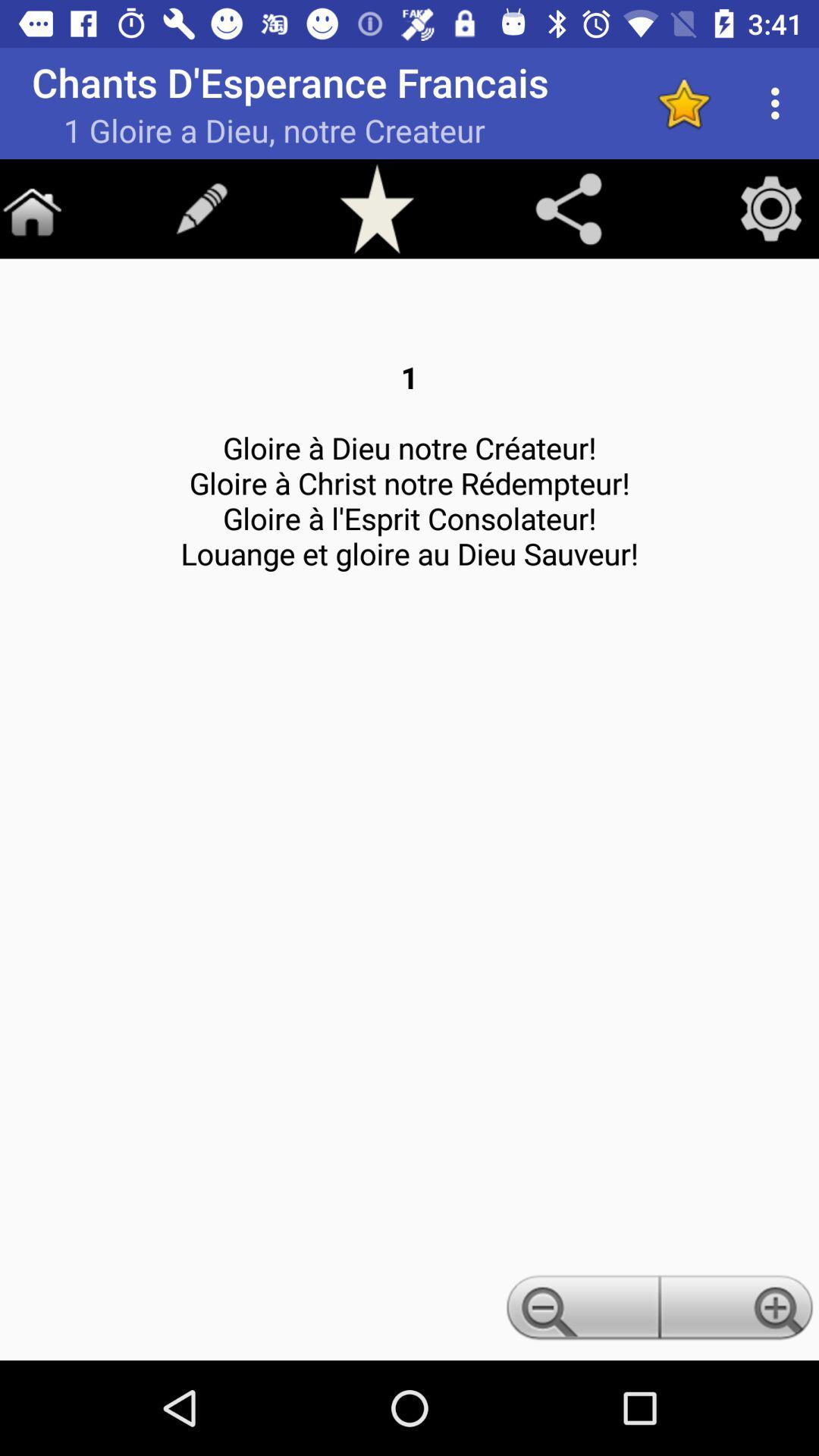 Image resolution: width=819 pixels, height=1456 pixels. Describe the element at coordinates (579, 1311) in the screenshot. I see `press to zoom out` at that location.